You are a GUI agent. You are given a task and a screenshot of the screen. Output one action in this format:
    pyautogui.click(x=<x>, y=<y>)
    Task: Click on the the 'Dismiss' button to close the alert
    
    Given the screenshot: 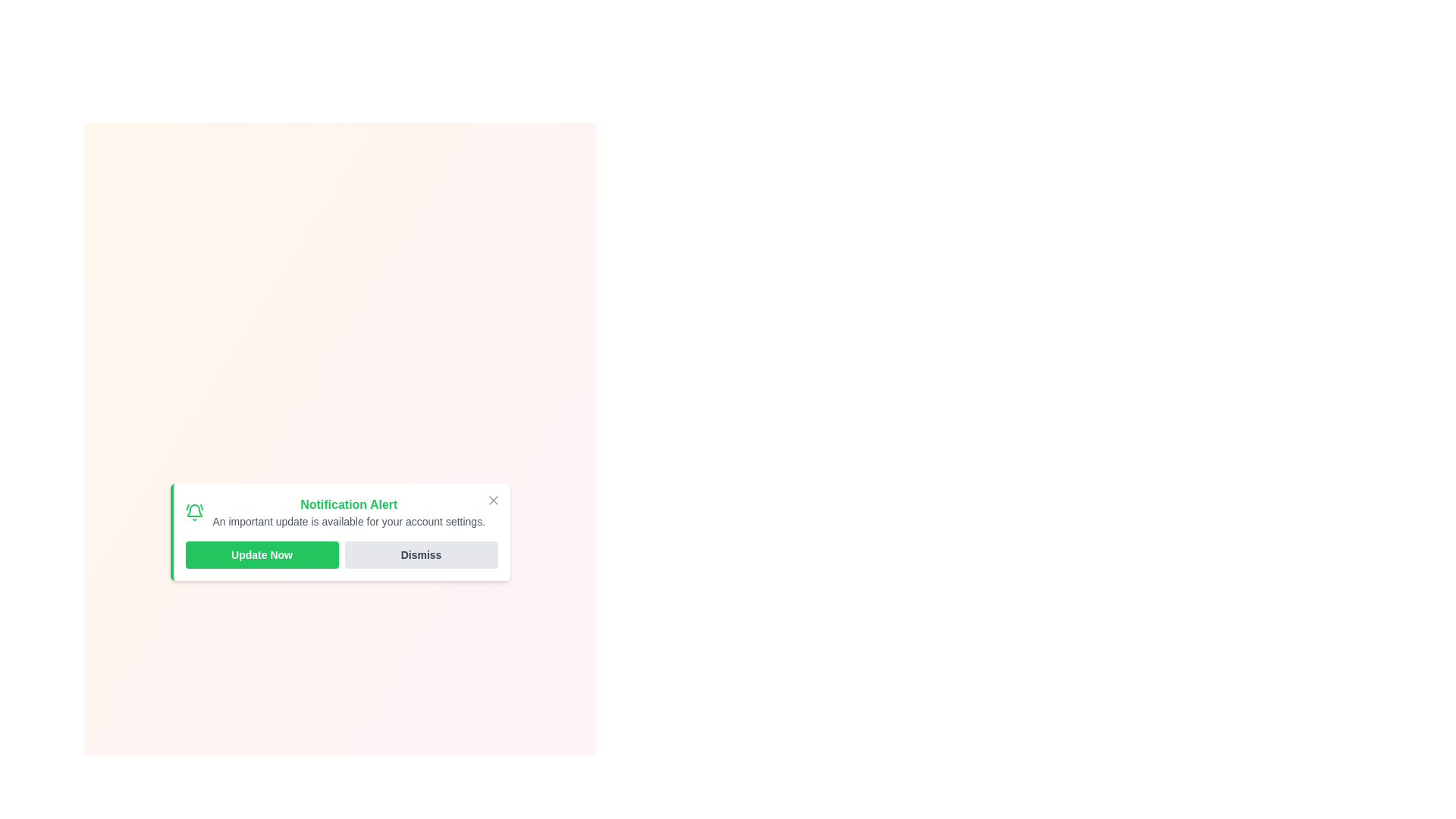 What is the action you would take?
    pyautogui.click(x=421, y=555)
    